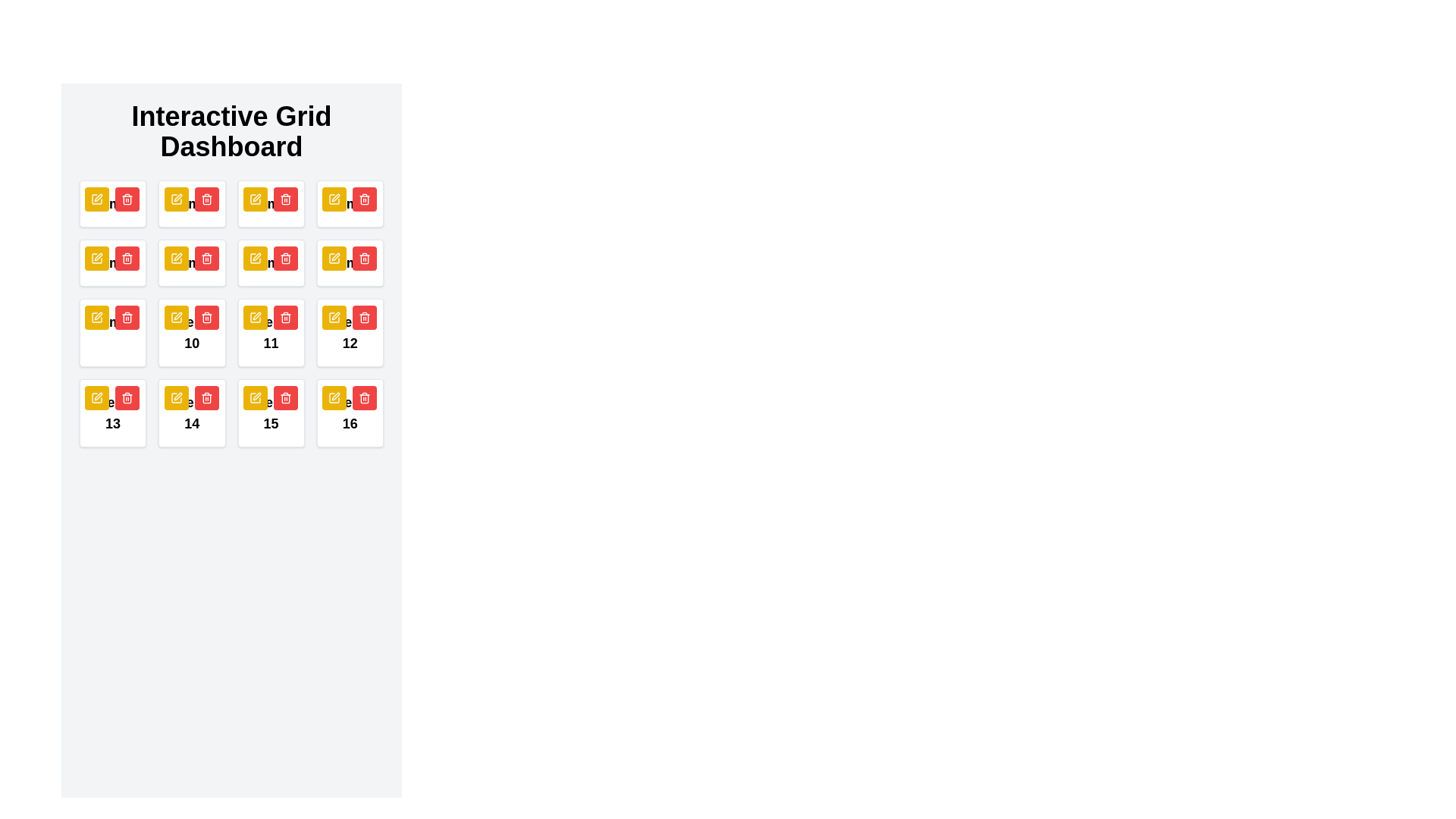  I want to click on the first button in the top-right corner of the grid cell, so click(334, 397).